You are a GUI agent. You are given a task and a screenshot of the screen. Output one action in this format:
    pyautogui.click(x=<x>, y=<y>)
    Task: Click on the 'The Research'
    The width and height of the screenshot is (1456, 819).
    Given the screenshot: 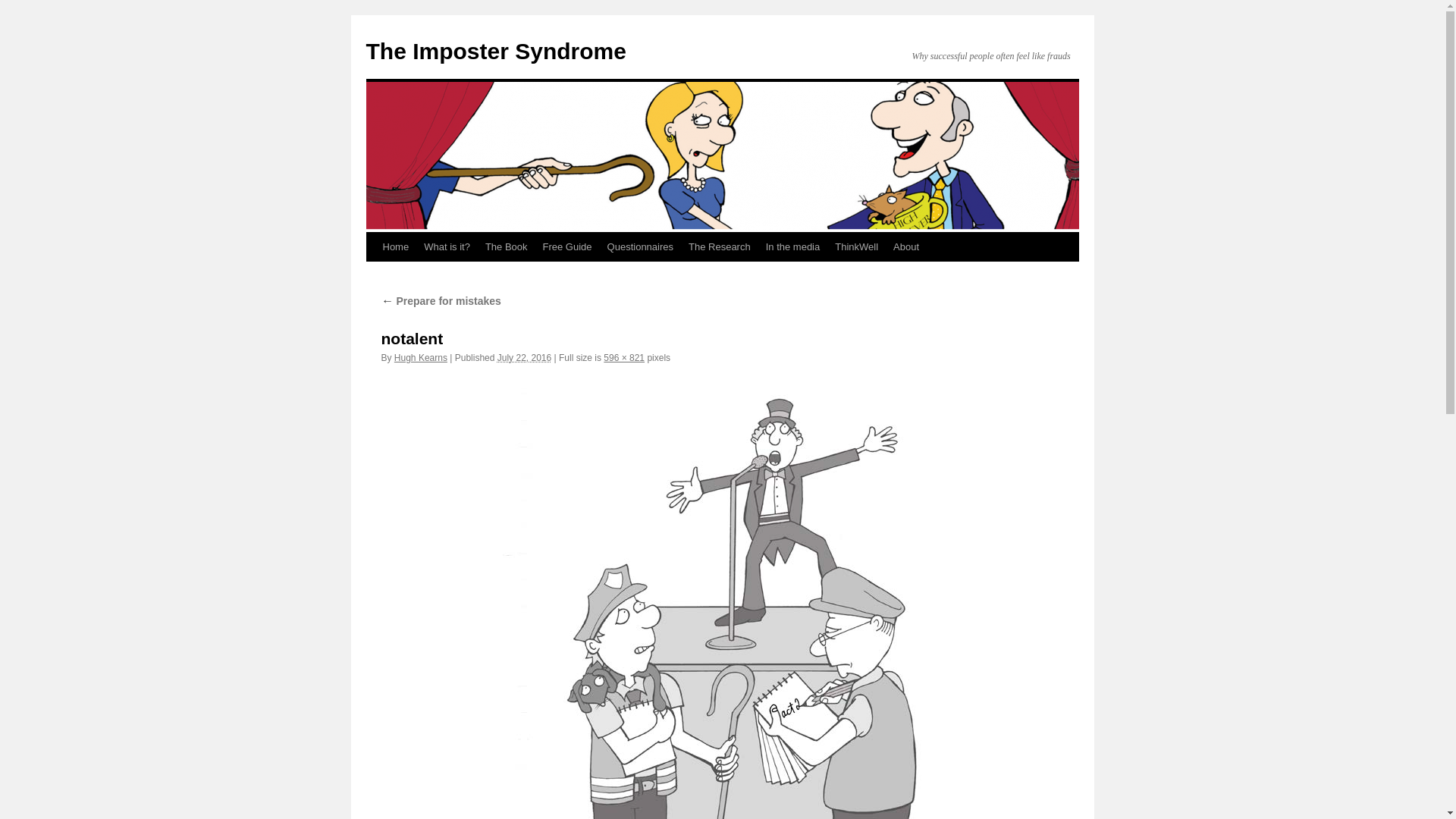 What is the action you would take?
    pyautogui.click(x=679, y=246)
    